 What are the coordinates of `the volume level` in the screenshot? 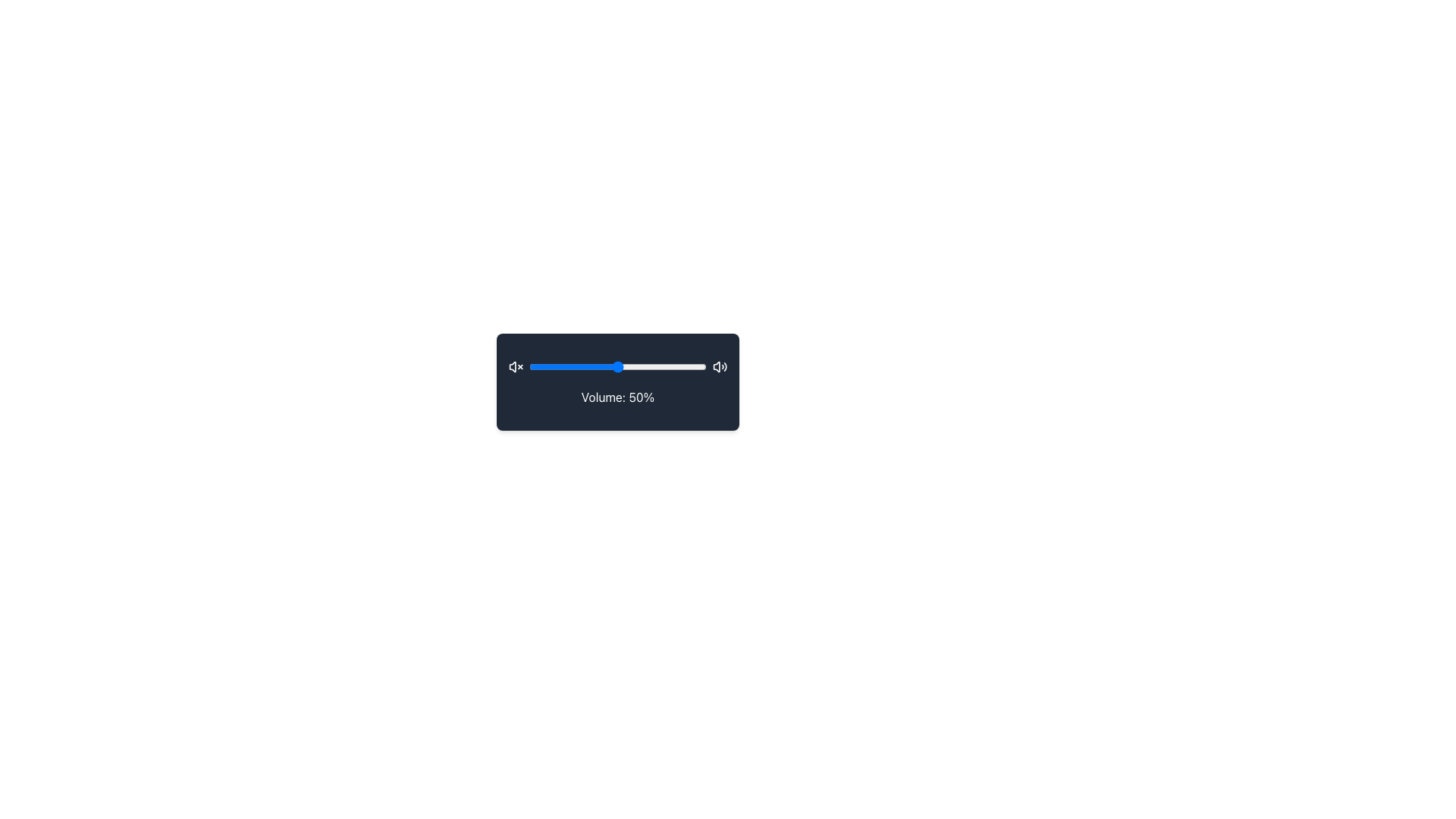 It's located at (599, 366).